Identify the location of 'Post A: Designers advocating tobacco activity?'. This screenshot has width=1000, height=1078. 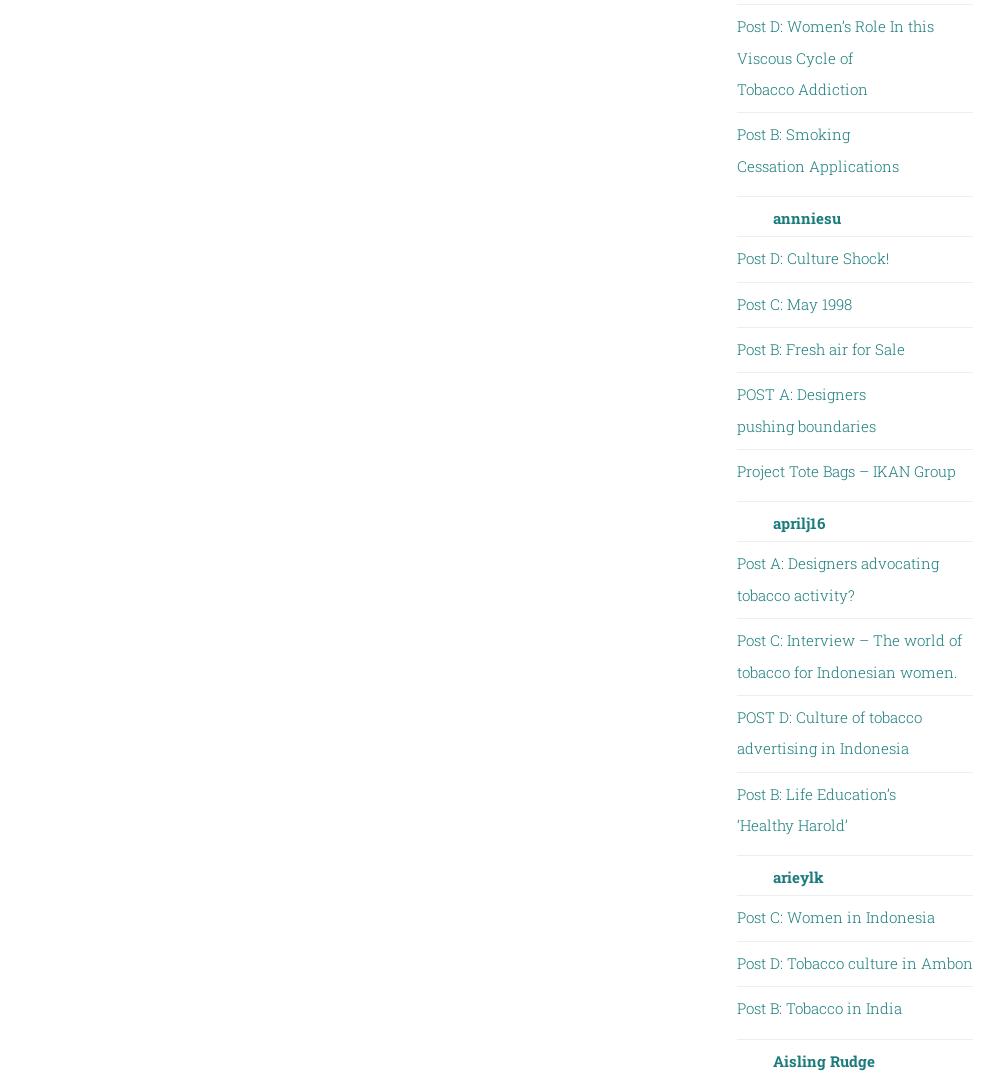
(836, 578).